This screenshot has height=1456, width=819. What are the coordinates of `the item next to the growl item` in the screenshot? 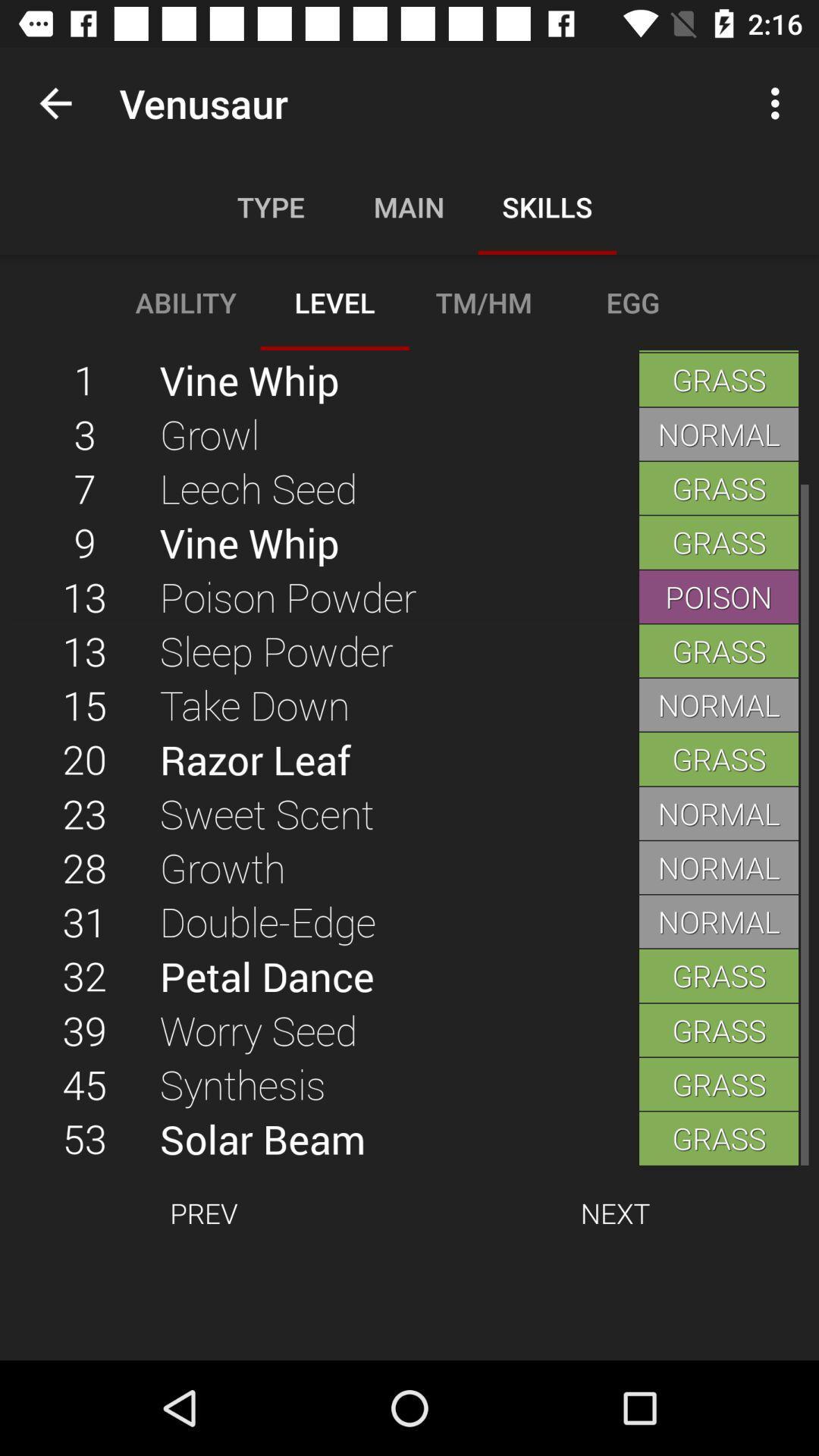 It's located at (85, 488).